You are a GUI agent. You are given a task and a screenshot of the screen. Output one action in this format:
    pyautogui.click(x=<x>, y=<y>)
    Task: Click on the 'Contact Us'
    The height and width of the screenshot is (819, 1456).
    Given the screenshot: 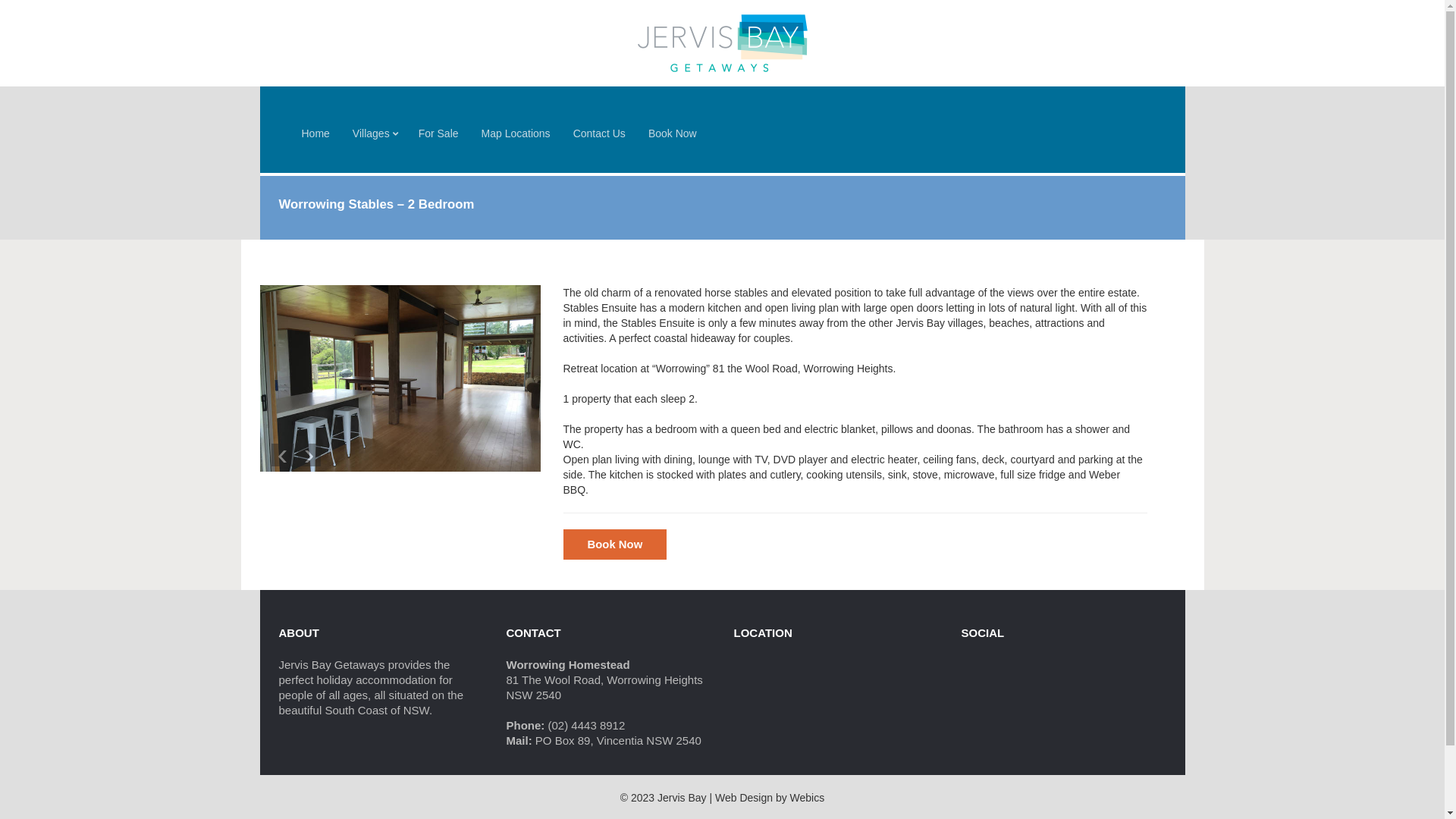 What is the action you would take?
    pyautogui.click(x=572, y=133)
    